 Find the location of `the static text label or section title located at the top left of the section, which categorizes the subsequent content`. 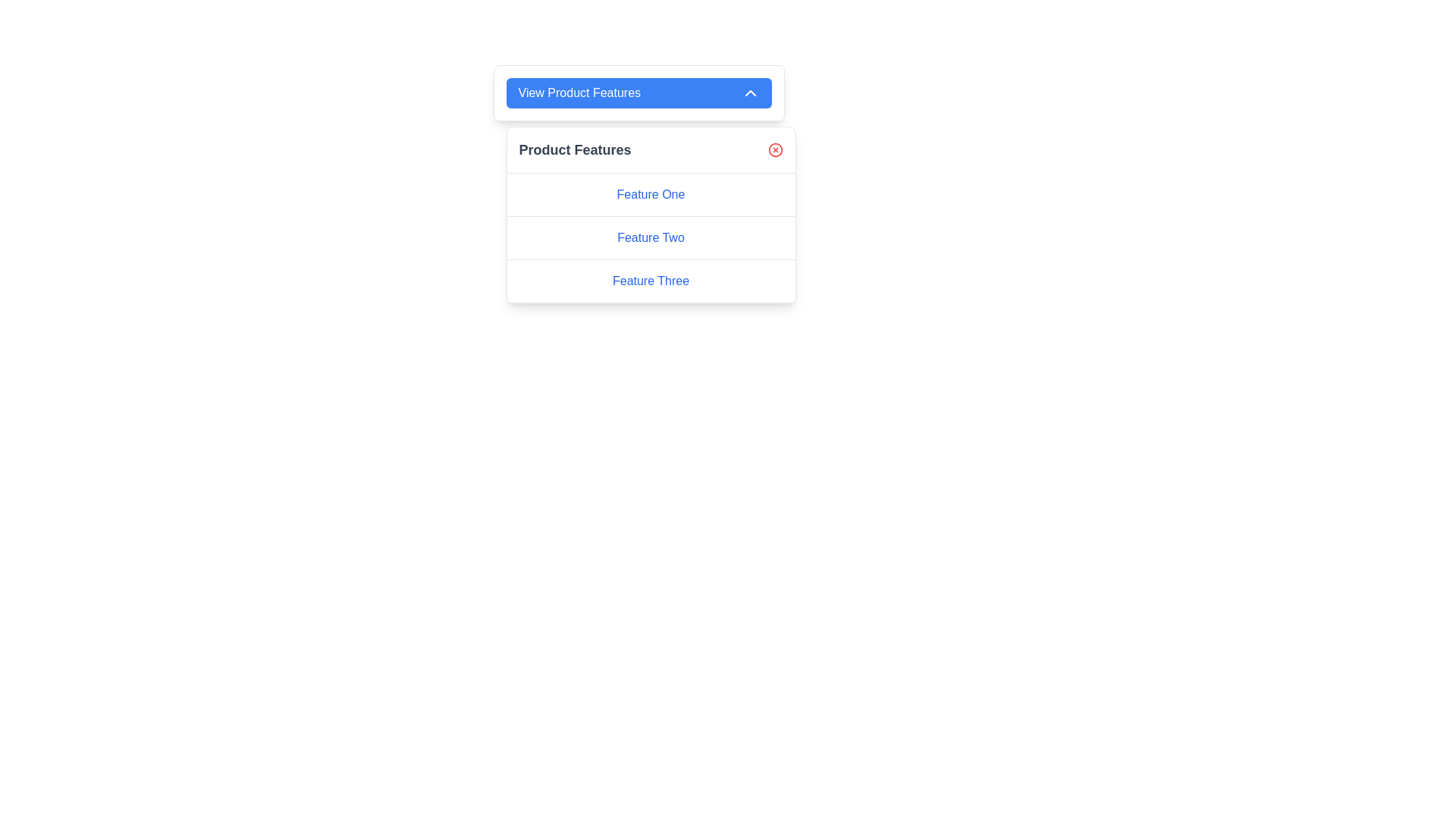

the static text label or section title located at the top left of the section, which categorizes the subsequent content is located at coordinates (574, 149).